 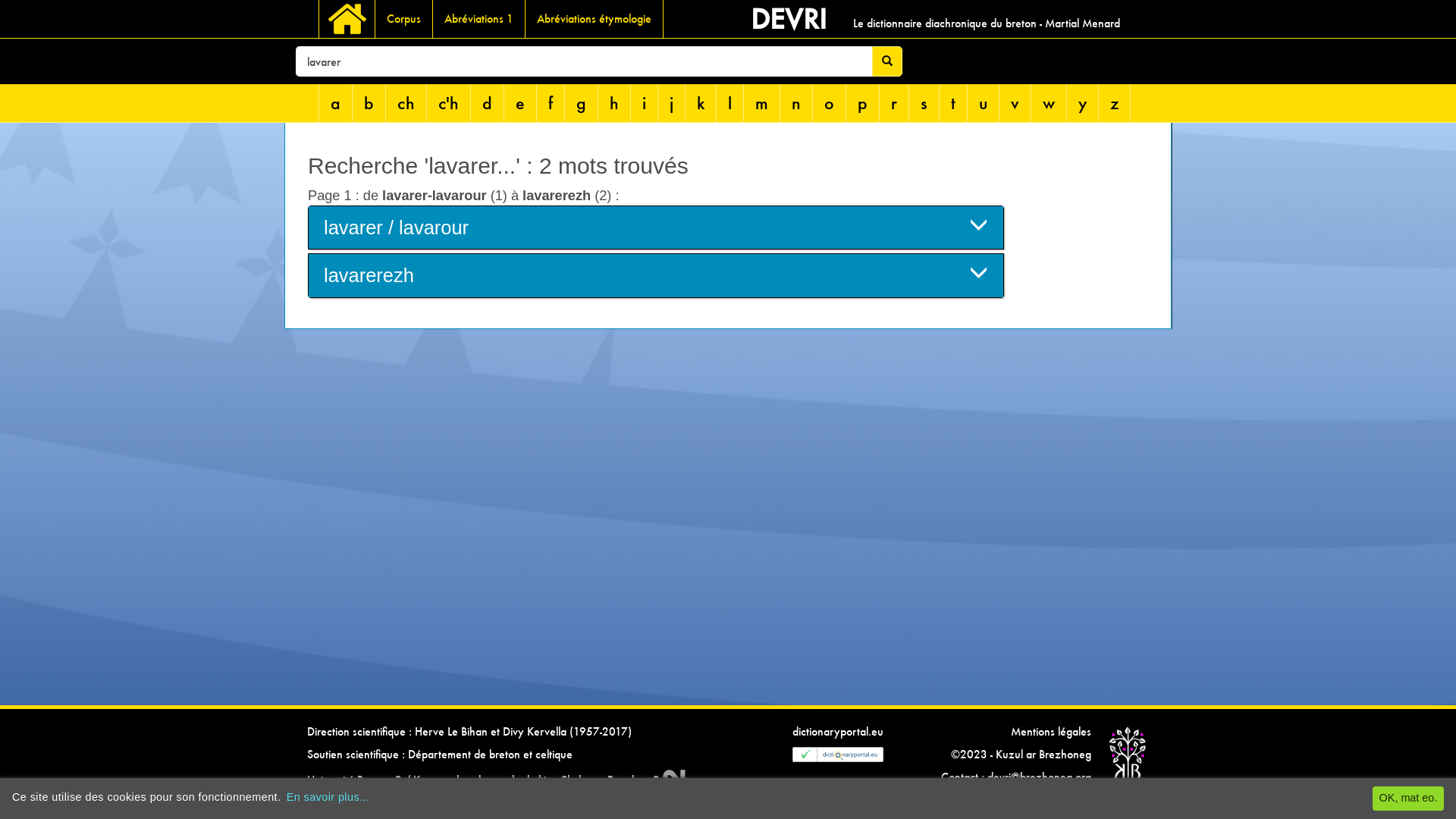 I want to click on 'm', so click(x=761, y=102).